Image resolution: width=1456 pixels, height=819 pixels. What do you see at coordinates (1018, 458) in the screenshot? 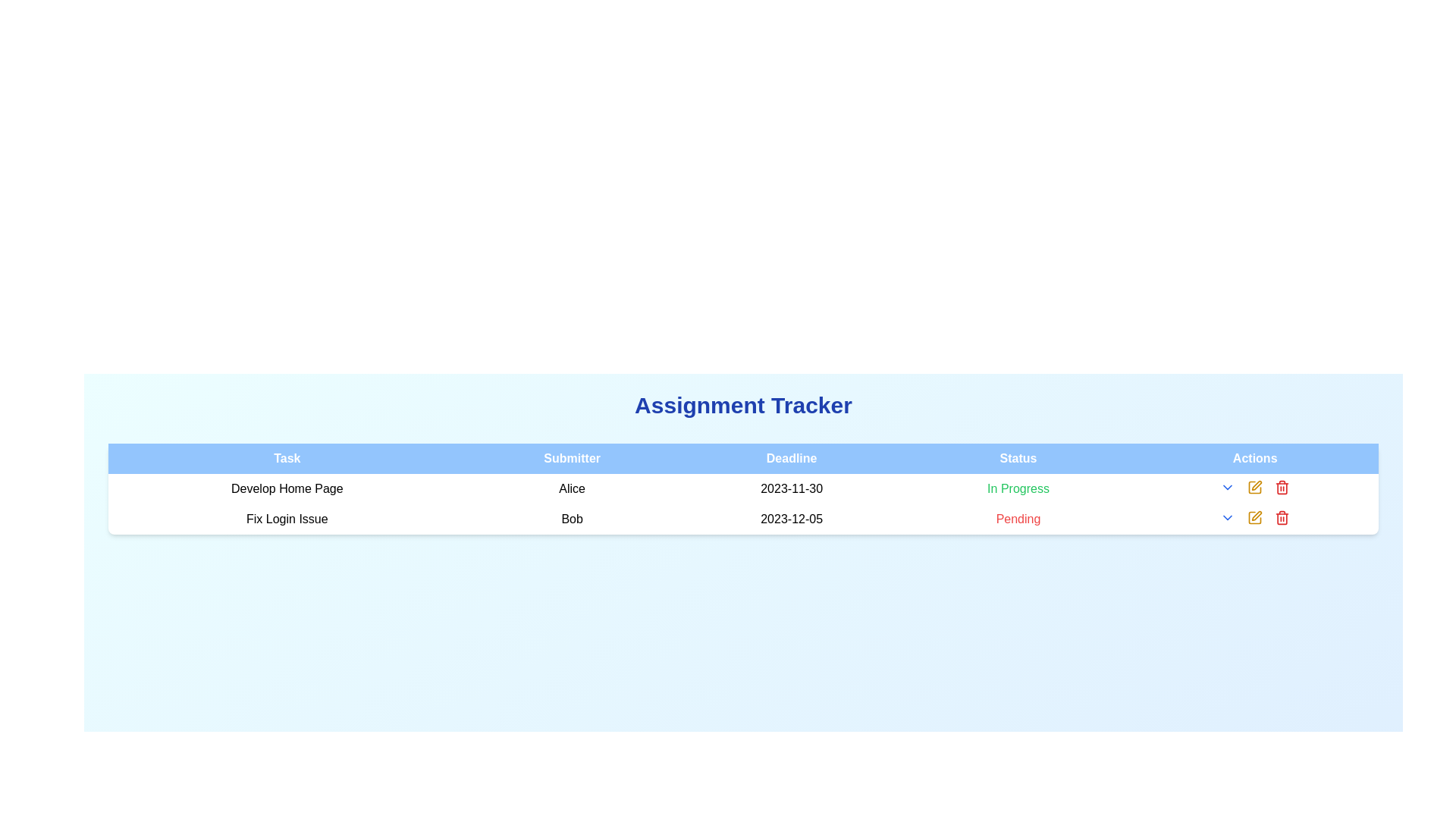
I see `the 'Status' header label, which is the fourth item in a row of five headers, indicating status information for the corresponding rows in the table` at bounding box center [1018, 458].